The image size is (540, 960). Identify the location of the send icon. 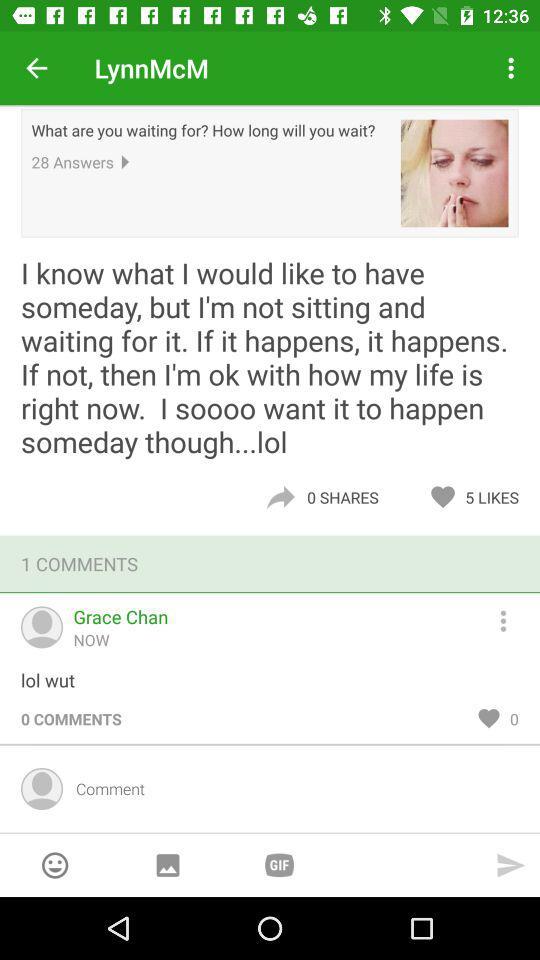
(511, 864).